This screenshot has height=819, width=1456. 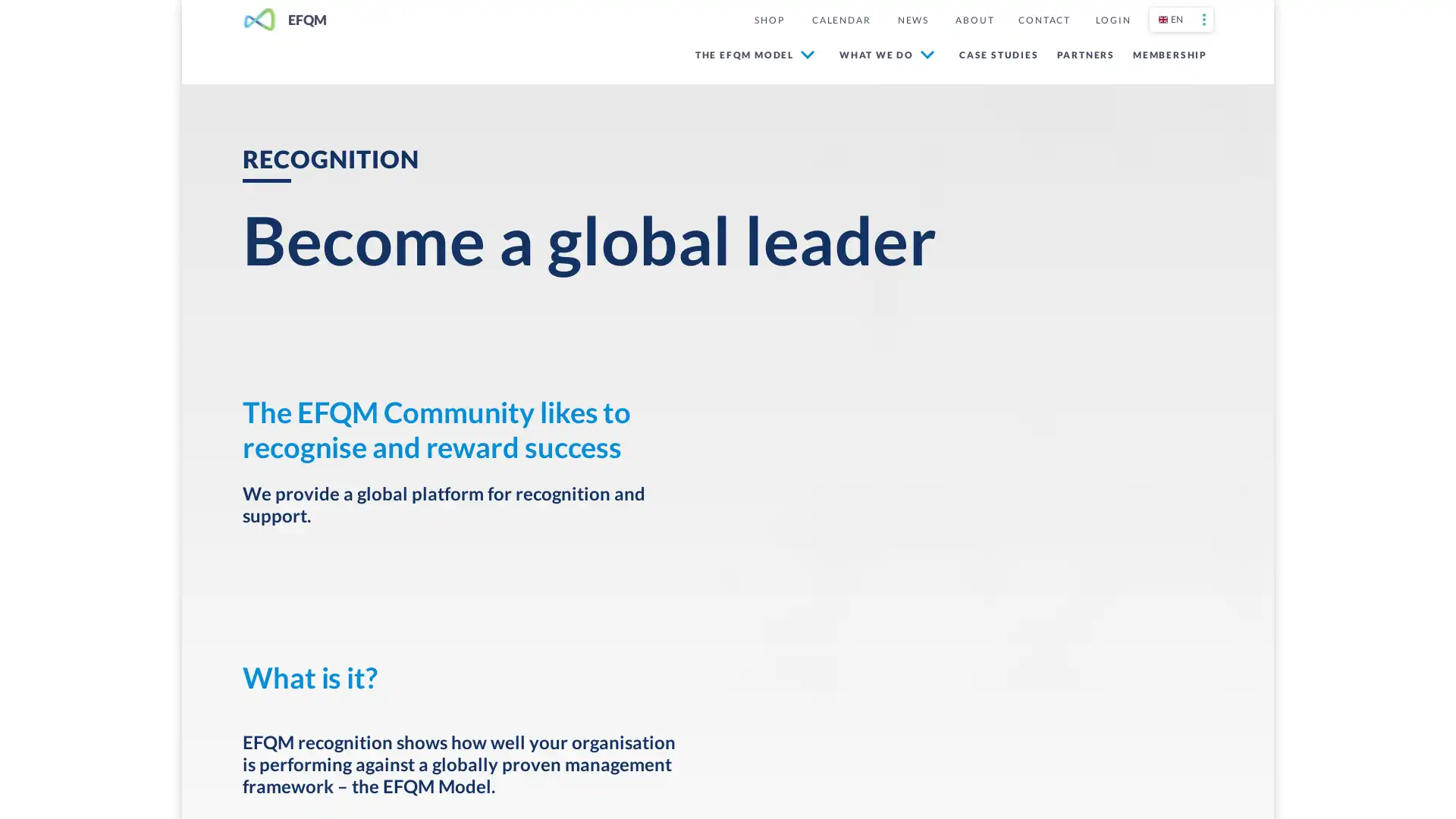 What do you see at coordinates (768, 20) in the screenshot?
I see `SHOP` at bounding box center [768, 20].